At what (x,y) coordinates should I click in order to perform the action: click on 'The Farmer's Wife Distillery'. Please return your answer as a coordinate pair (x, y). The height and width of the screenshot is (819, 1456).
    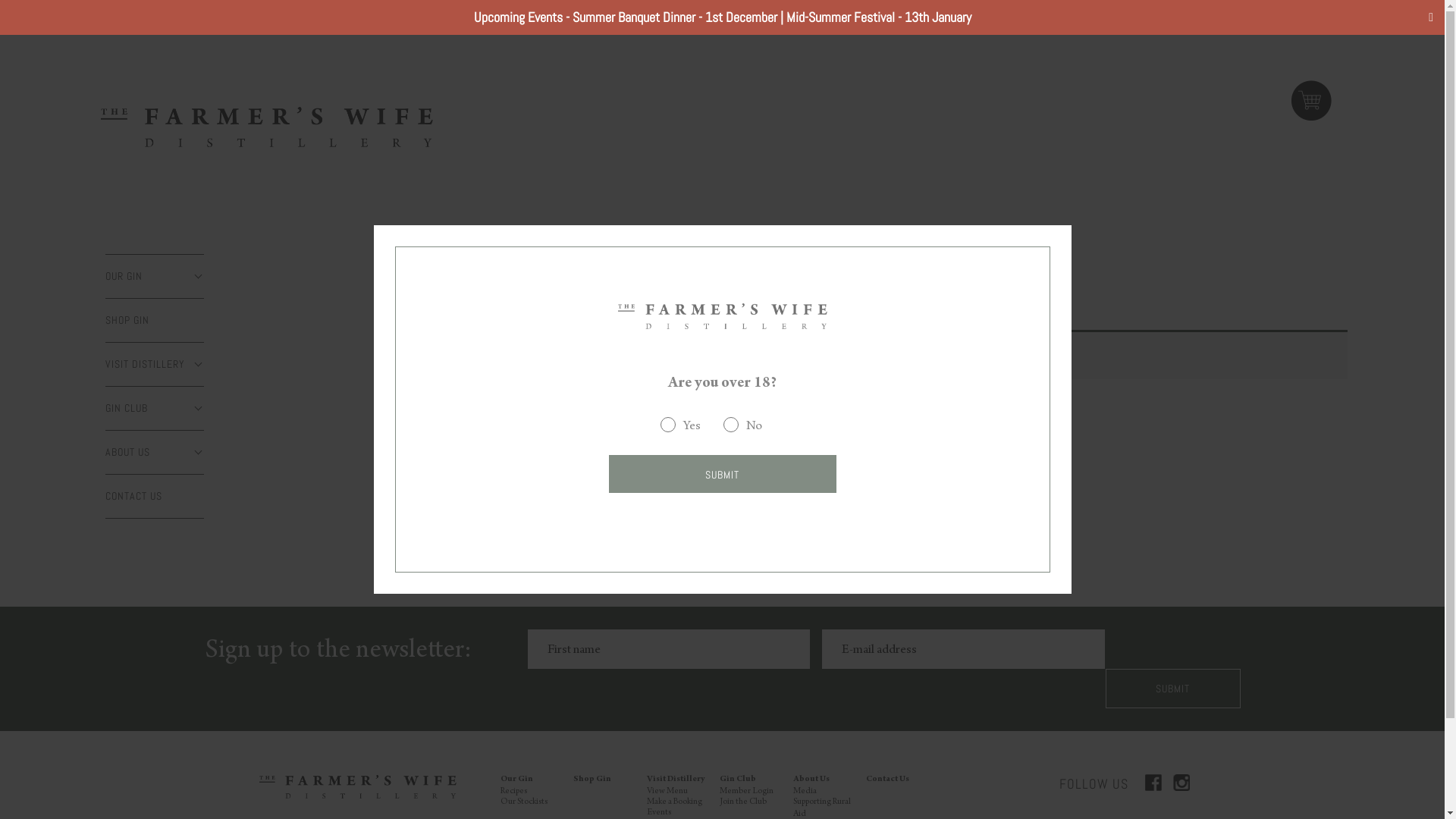
    Looking at the image, I should click on (356, 786).